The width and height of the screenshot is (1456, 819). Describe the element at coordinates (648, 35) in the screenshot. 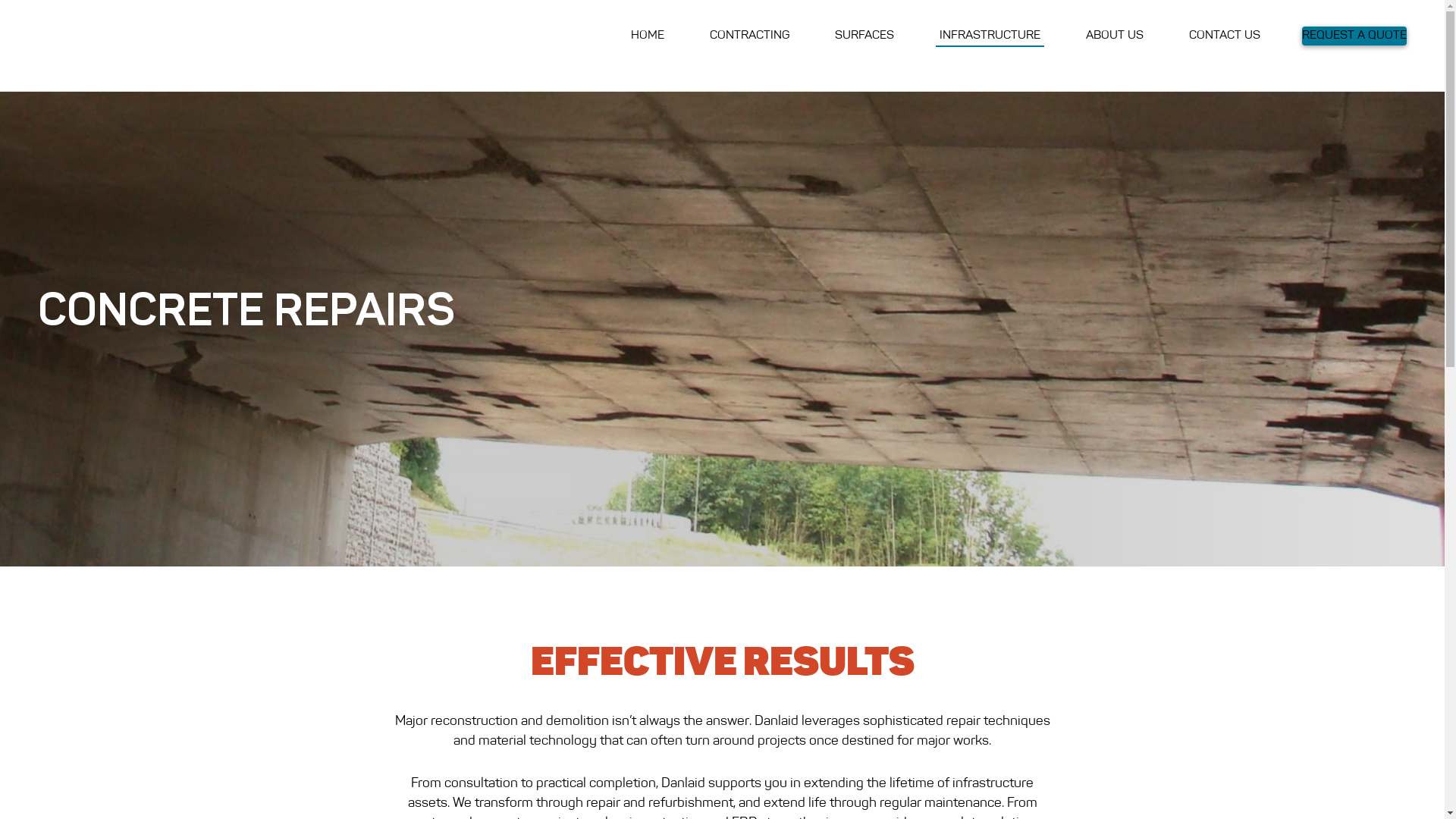

I see `'HOME'` at that location.